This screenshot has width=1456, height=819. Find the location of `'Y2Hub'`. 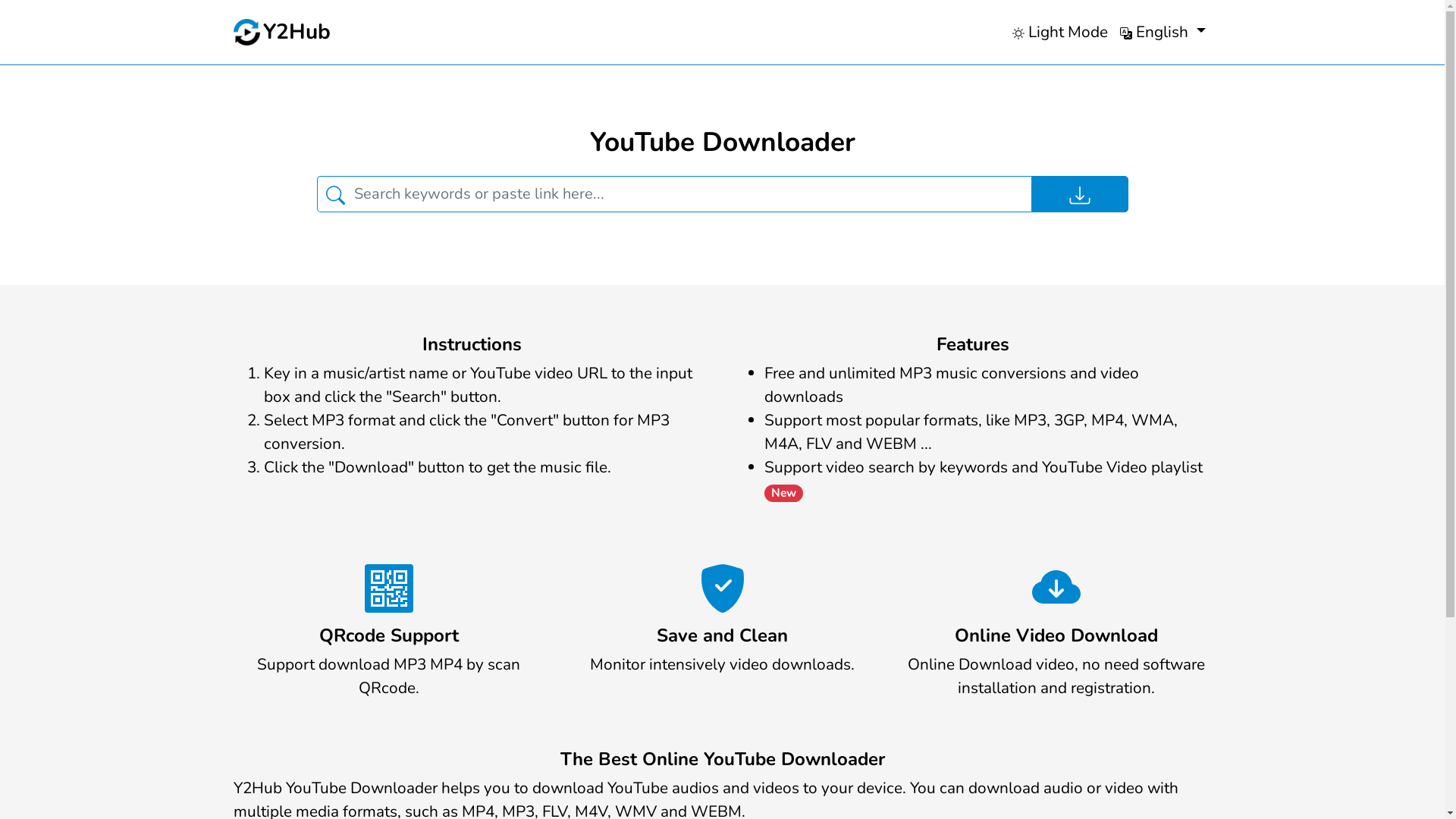

'Y2Hub' is located at coordinates (282, 32).